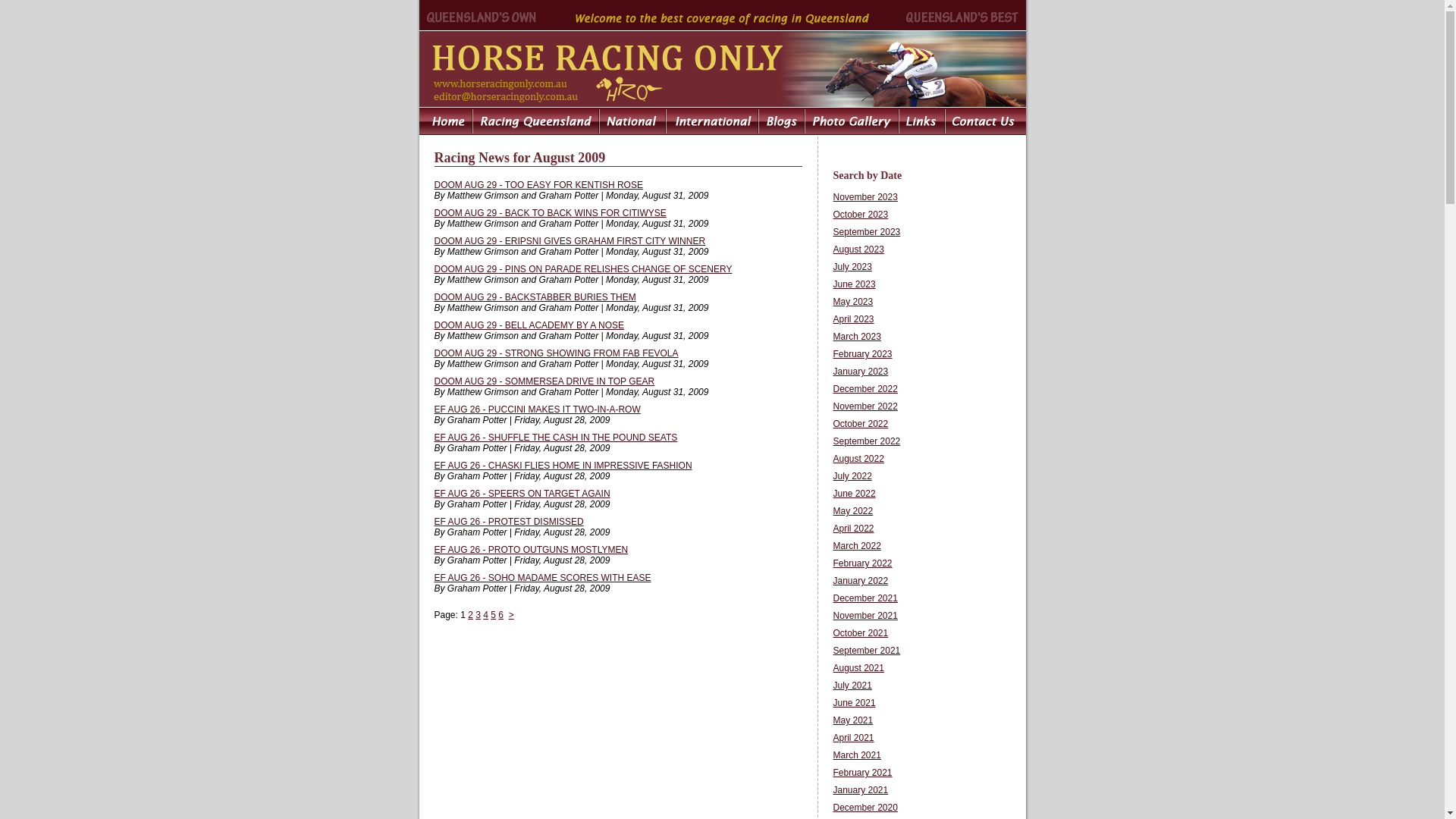 The image size is (1456, 819). I want to click on 'EF AUG 26 - PROTEST DISMISSED', so click(508, 520).